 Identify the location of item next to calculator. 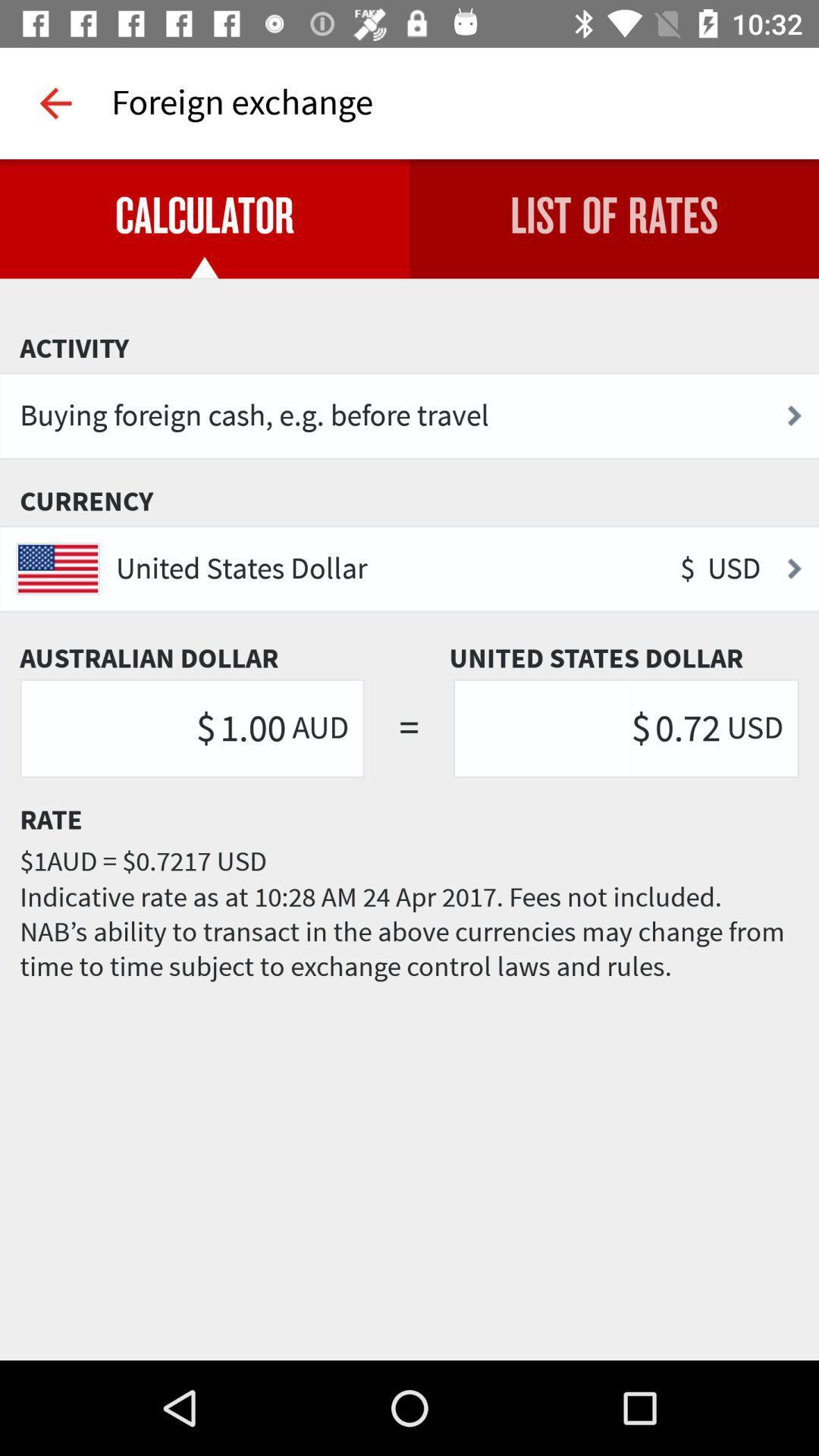
(614, 218).